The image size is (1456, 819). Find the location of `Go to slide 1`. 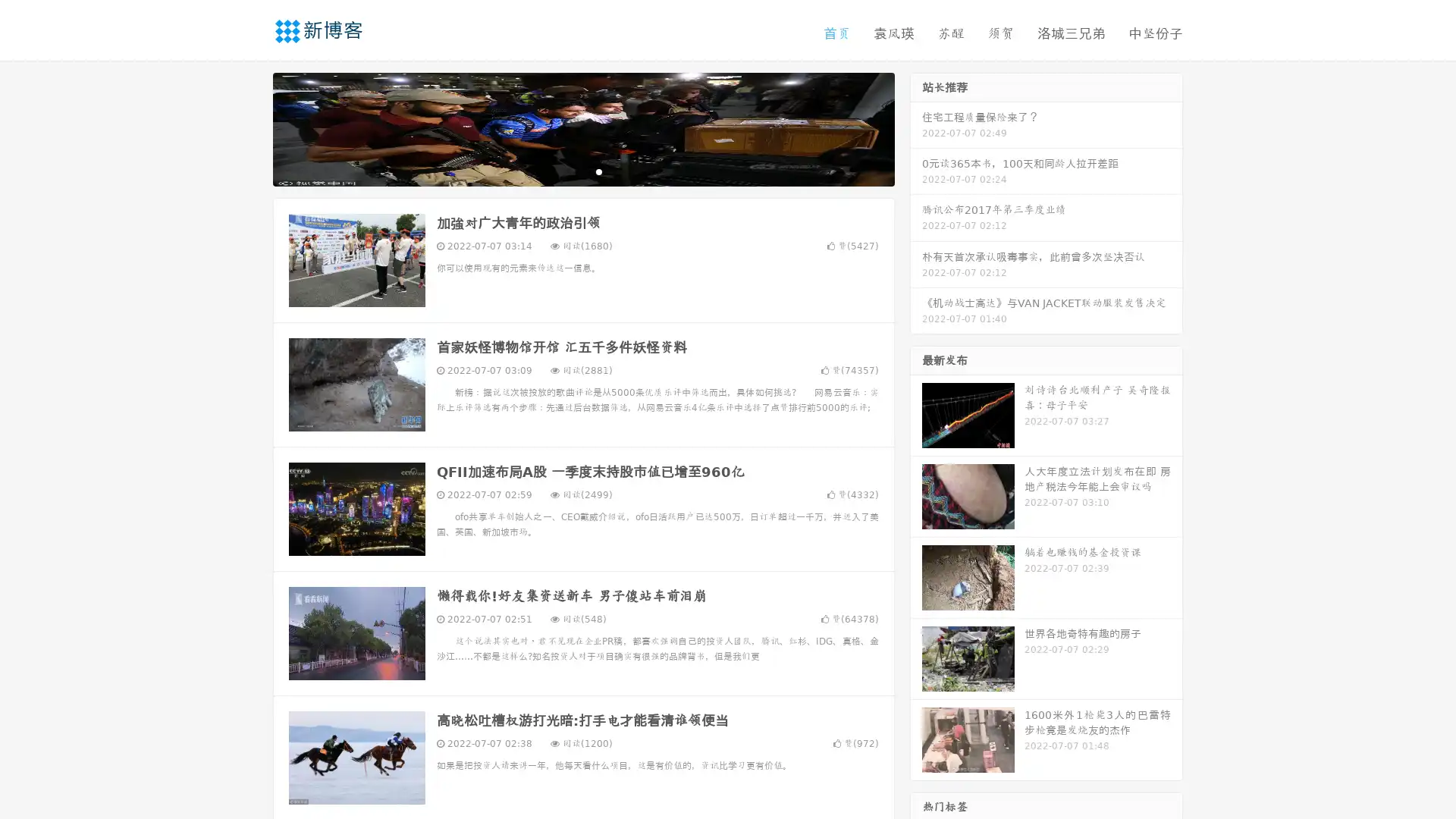

Go to slide 1 is located at coordinates (567, 171).